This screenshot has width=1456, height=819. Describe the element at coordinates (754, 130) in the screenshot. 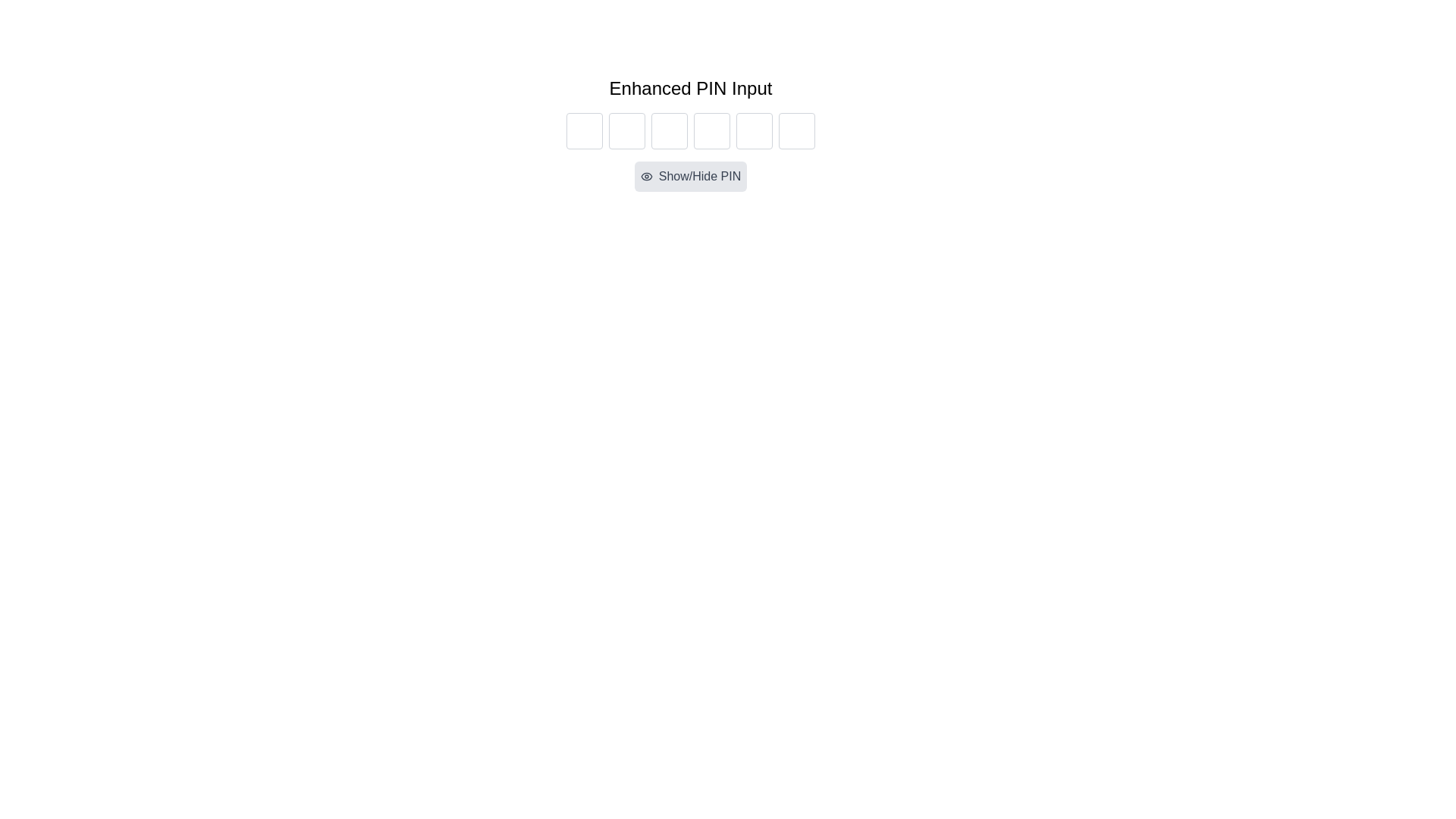

I see `the fifth input box in the Enhanced PIN Input section to focus on it` at that location.